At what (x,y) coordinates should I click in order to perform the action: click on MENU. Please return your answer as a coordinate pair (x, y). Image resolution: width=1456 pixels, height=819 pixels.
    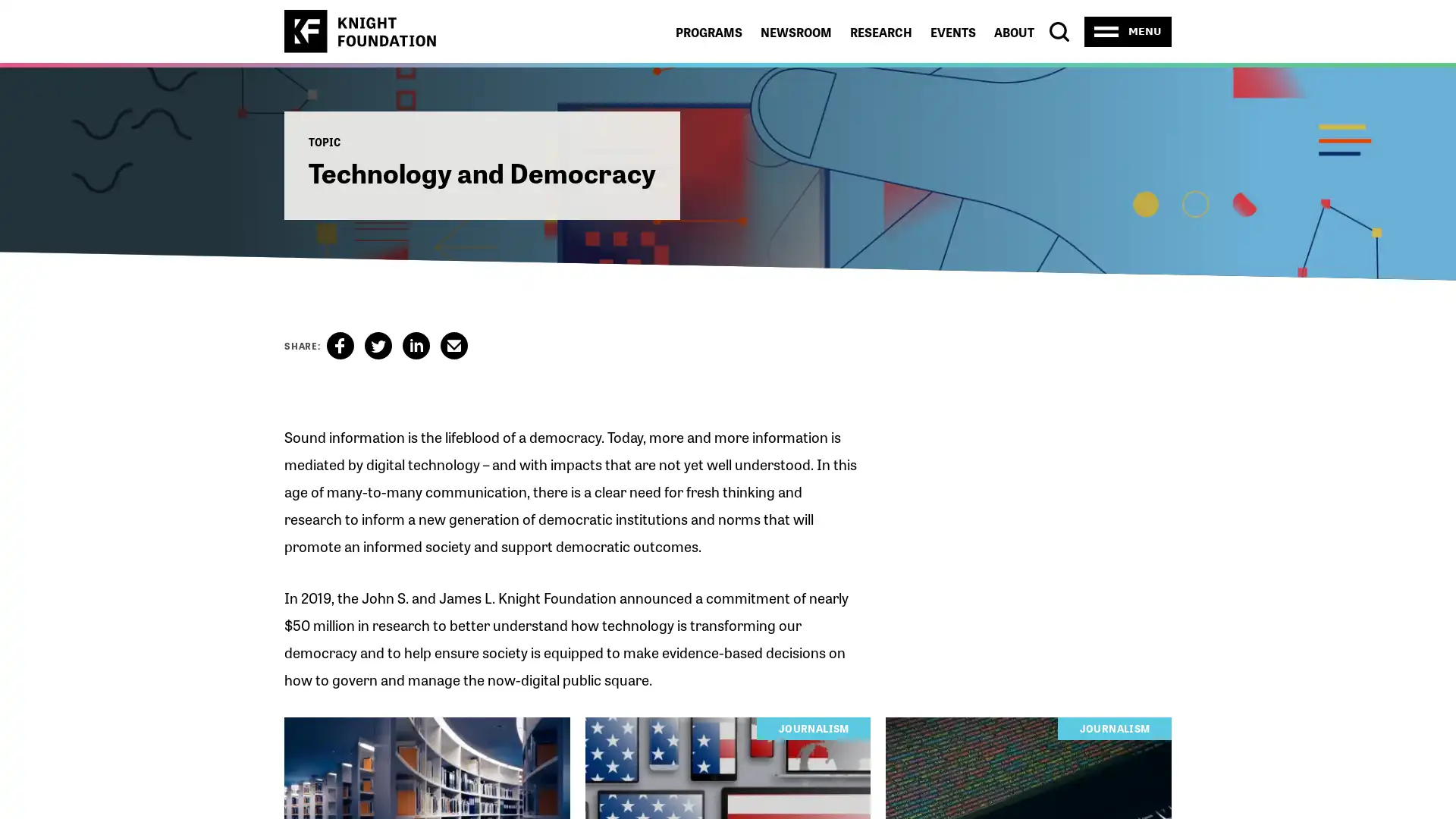
    Looking at the image, I should click on (1128, 31).